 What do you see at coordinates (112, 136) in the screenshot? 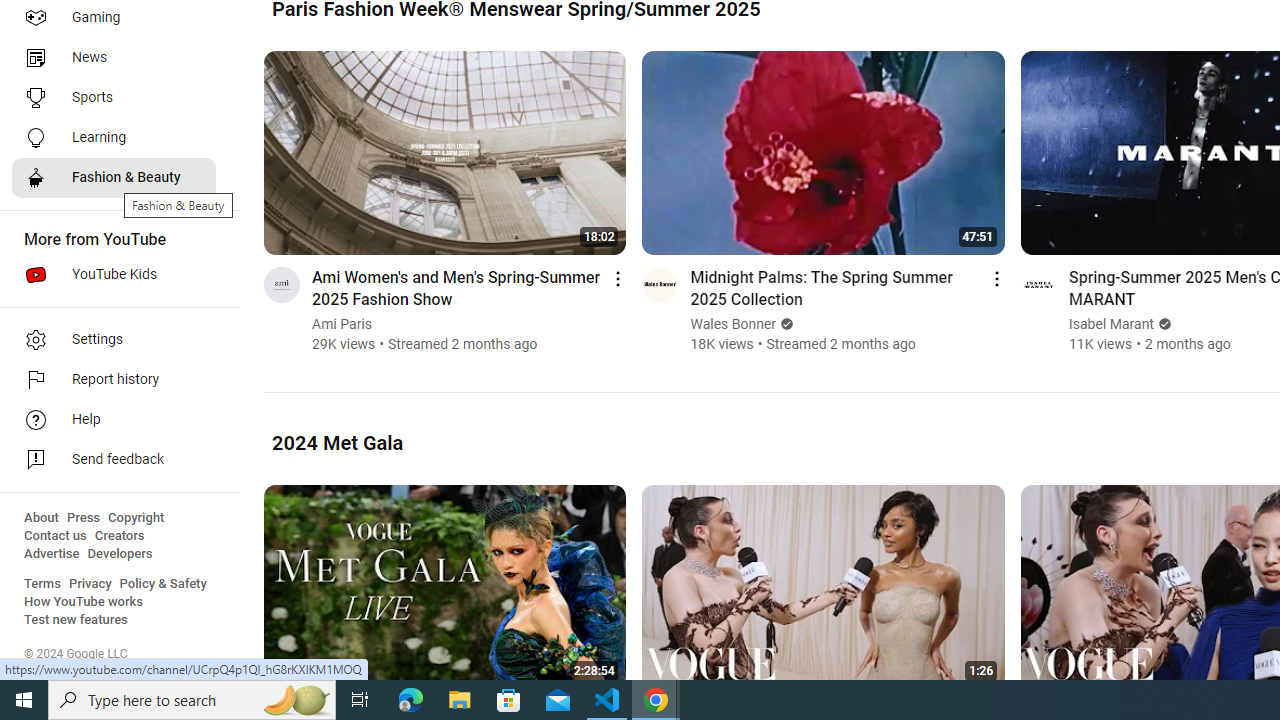
I see `'Learning'` at bounding box center [112, 136].